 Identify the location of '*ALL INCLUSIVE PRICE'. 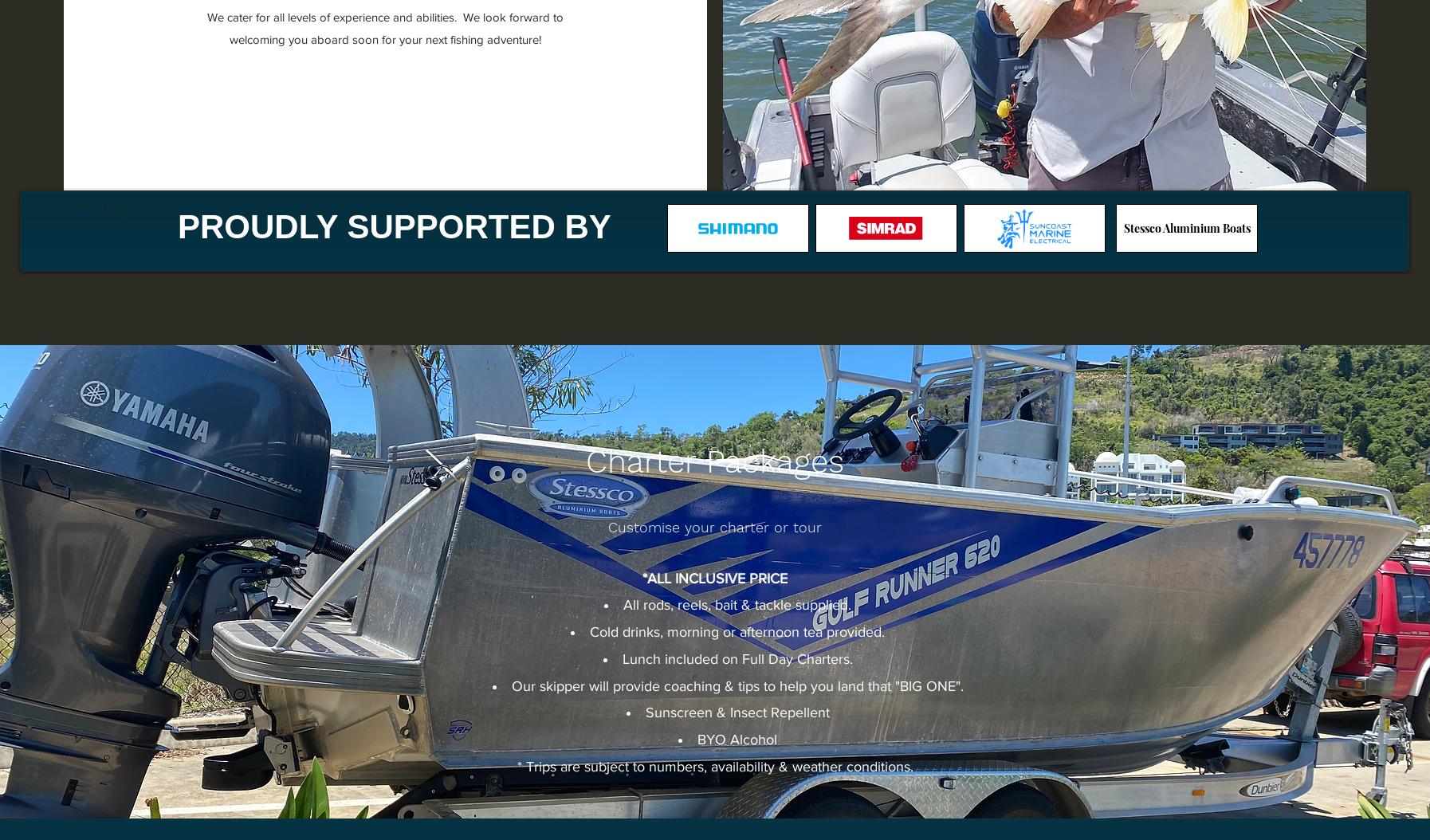
(715, 577).